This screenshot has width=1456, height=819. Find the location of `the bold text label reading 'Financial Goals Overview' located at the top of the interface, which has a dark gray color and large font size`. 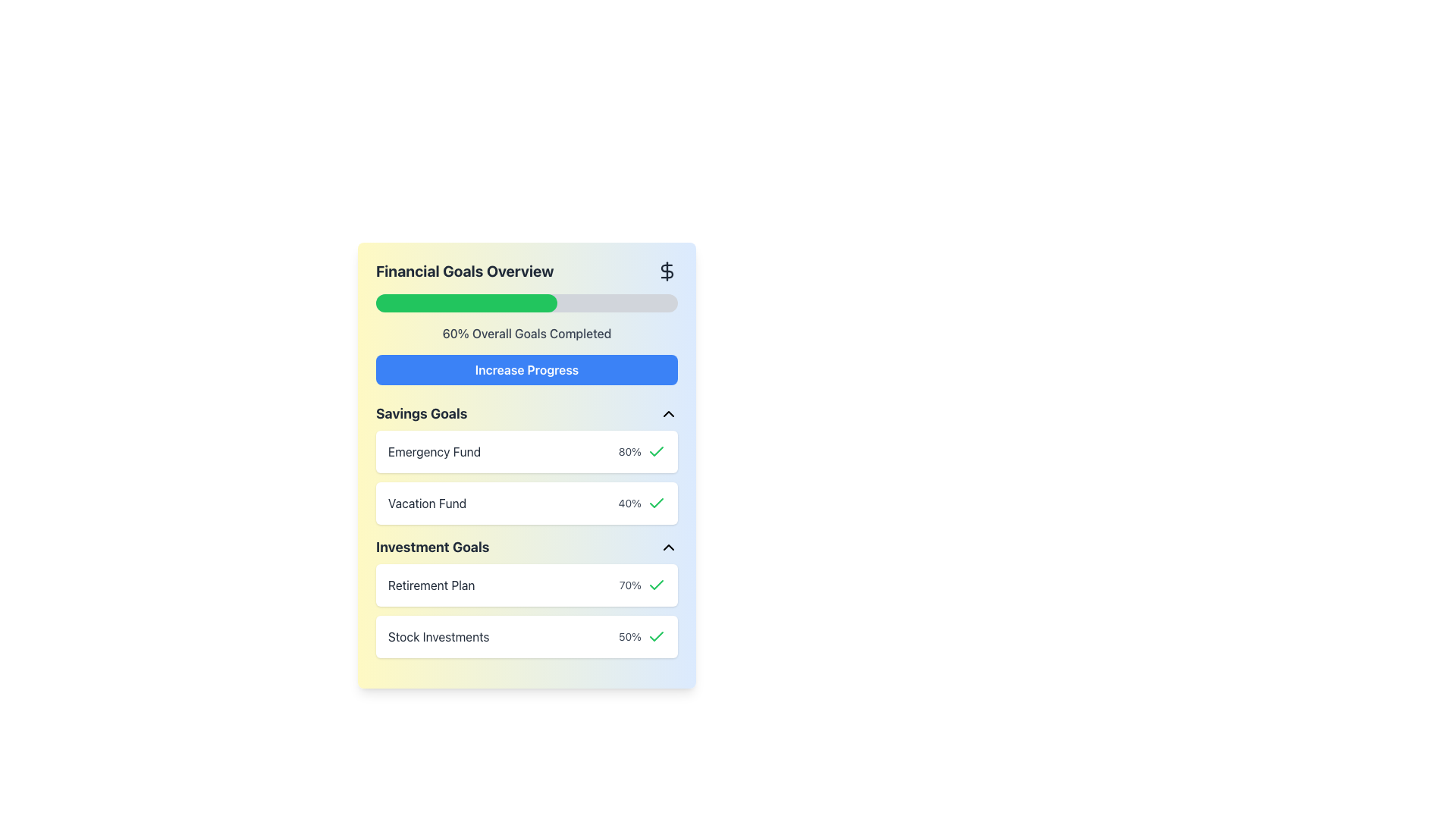

the bold text label reading 'Financial Goals Overview' located at the top of the interface, which has a dark gray color and large font size is located at coordinates (464, 271).